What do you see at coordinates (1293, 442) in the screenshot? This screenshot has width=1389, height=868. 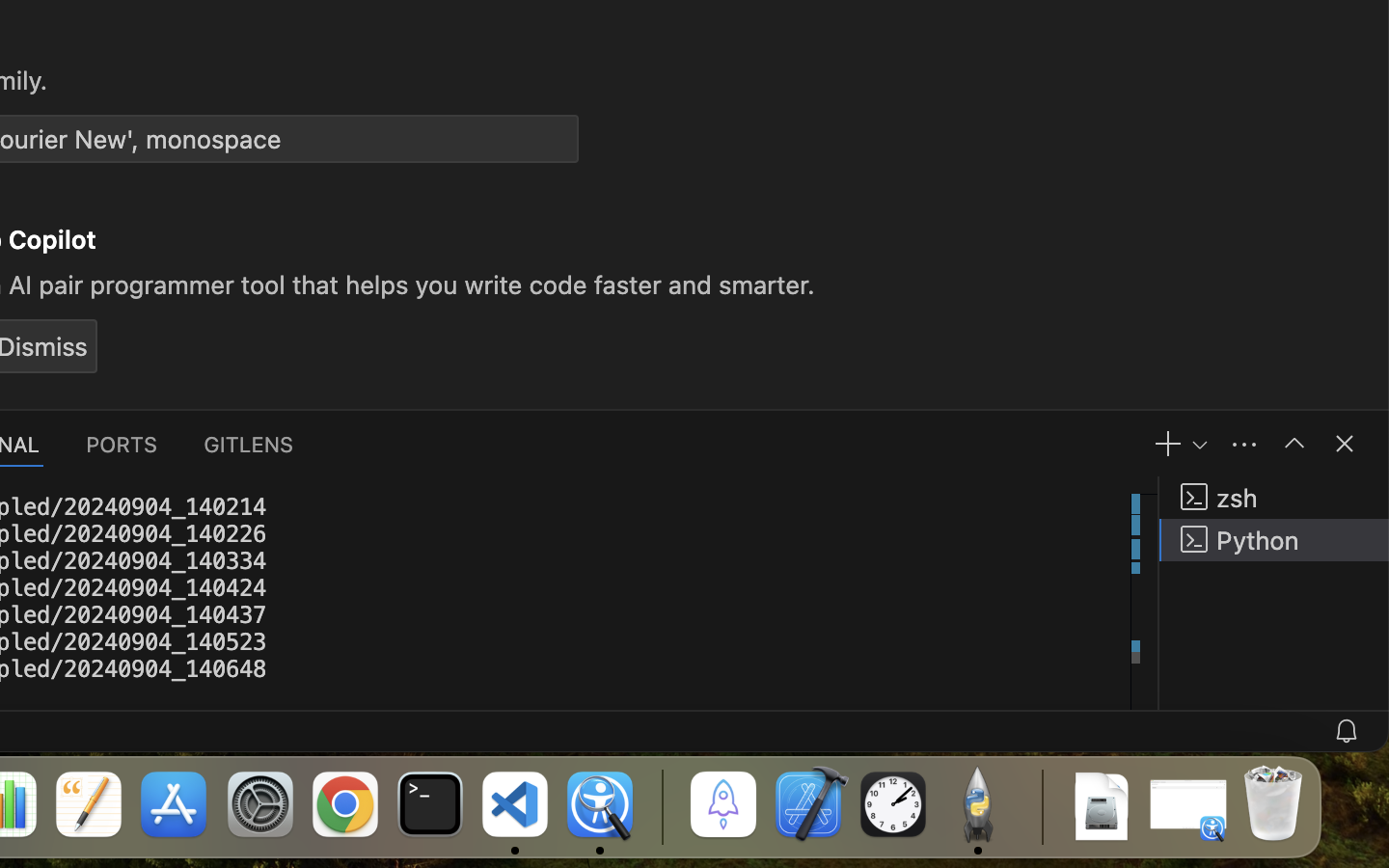 I see `''` at bounding box center [1293, 442].